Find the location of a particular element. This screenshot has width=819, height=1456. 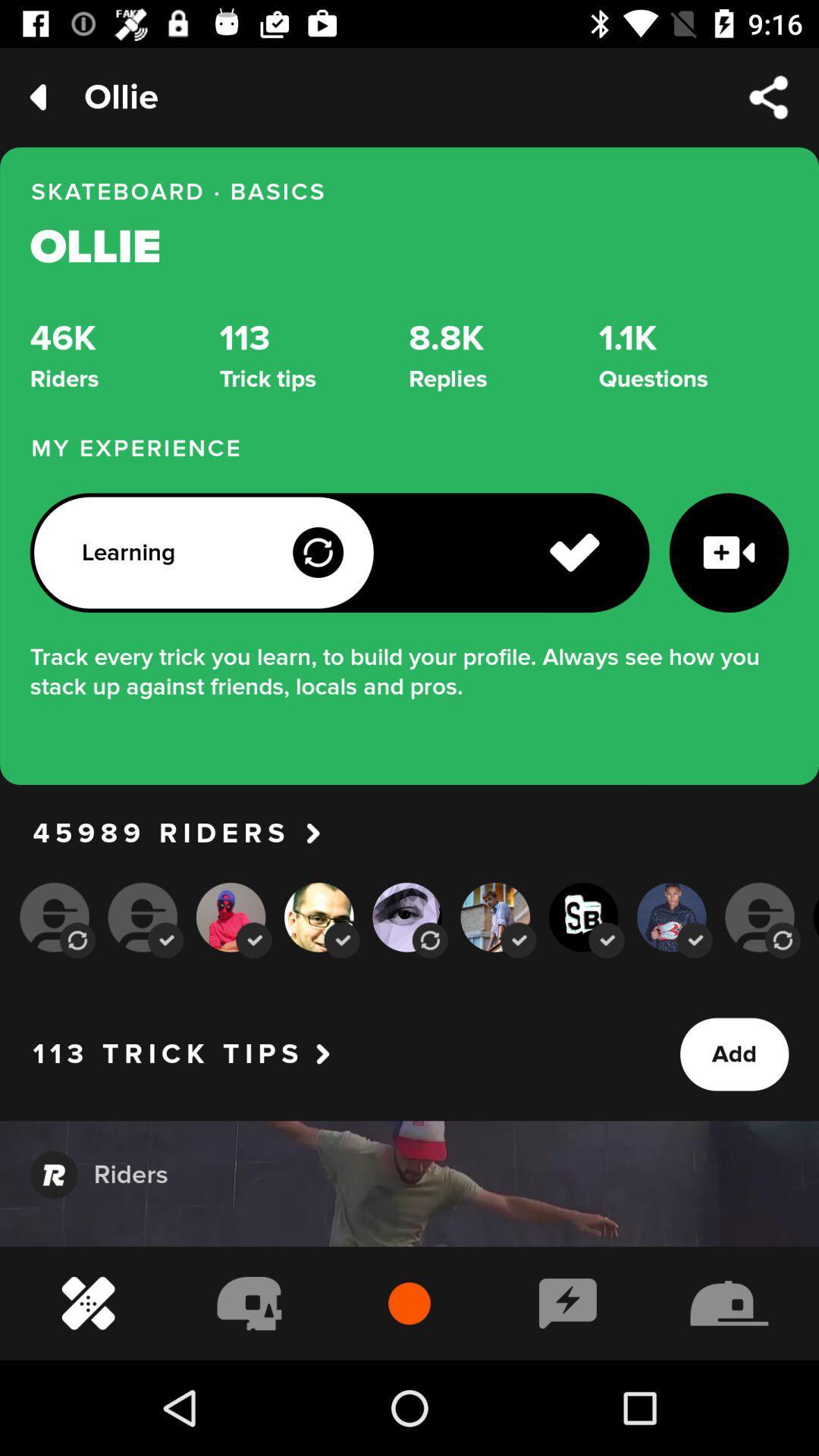

the share icon is located at coordinates (769, 96).